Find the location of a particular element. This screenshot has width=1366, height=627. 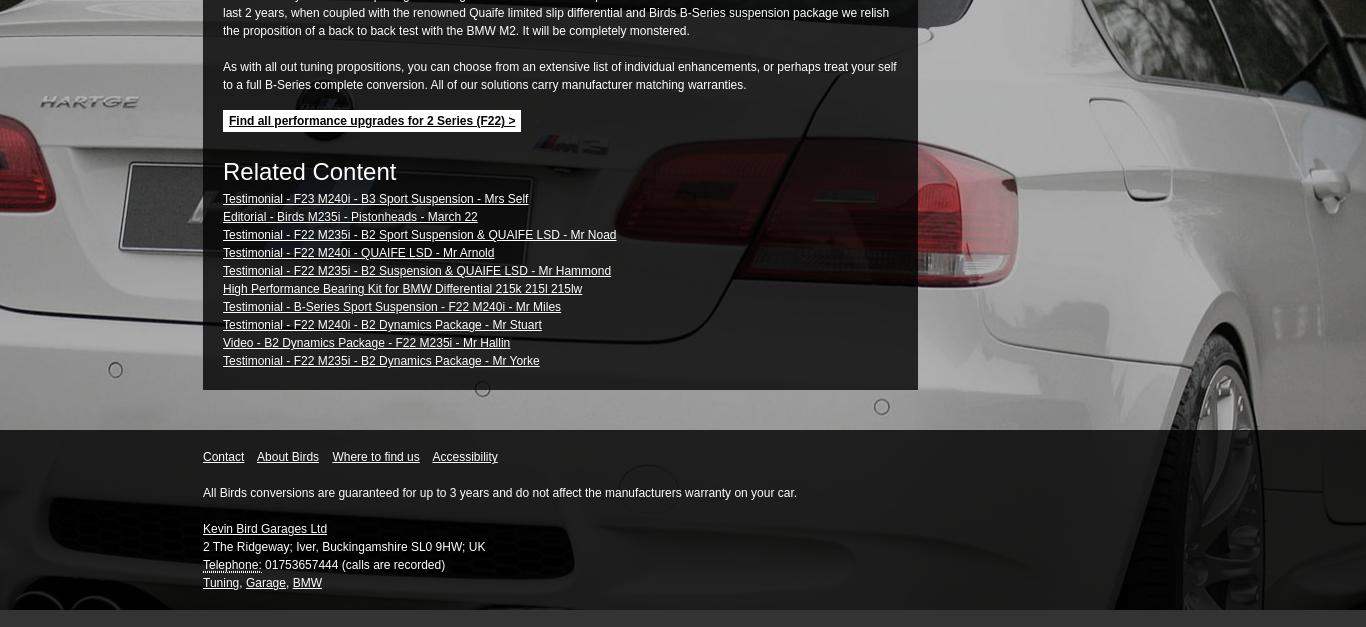

'Testimonial - F22 M240i - B2 Dynamics Package - Mr Stuart' is located at coordinates (222, 324).